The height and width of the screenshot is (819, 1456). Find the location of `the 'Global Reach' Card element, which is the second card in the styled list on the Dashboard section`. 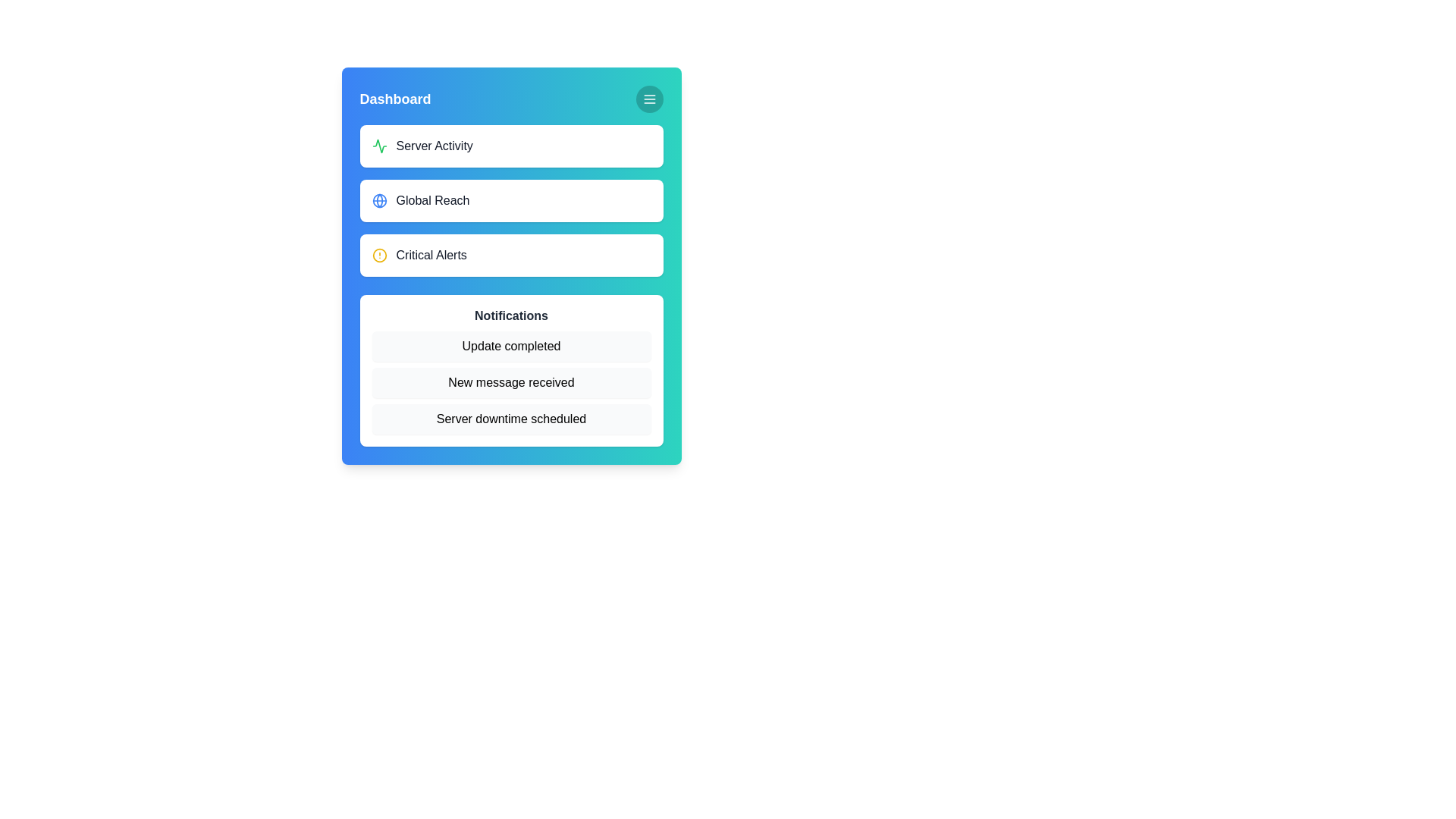

the 'Global Reach' Card element, which is the second card in the styled list on the Dashboard section is located at coordinates (511, 200).